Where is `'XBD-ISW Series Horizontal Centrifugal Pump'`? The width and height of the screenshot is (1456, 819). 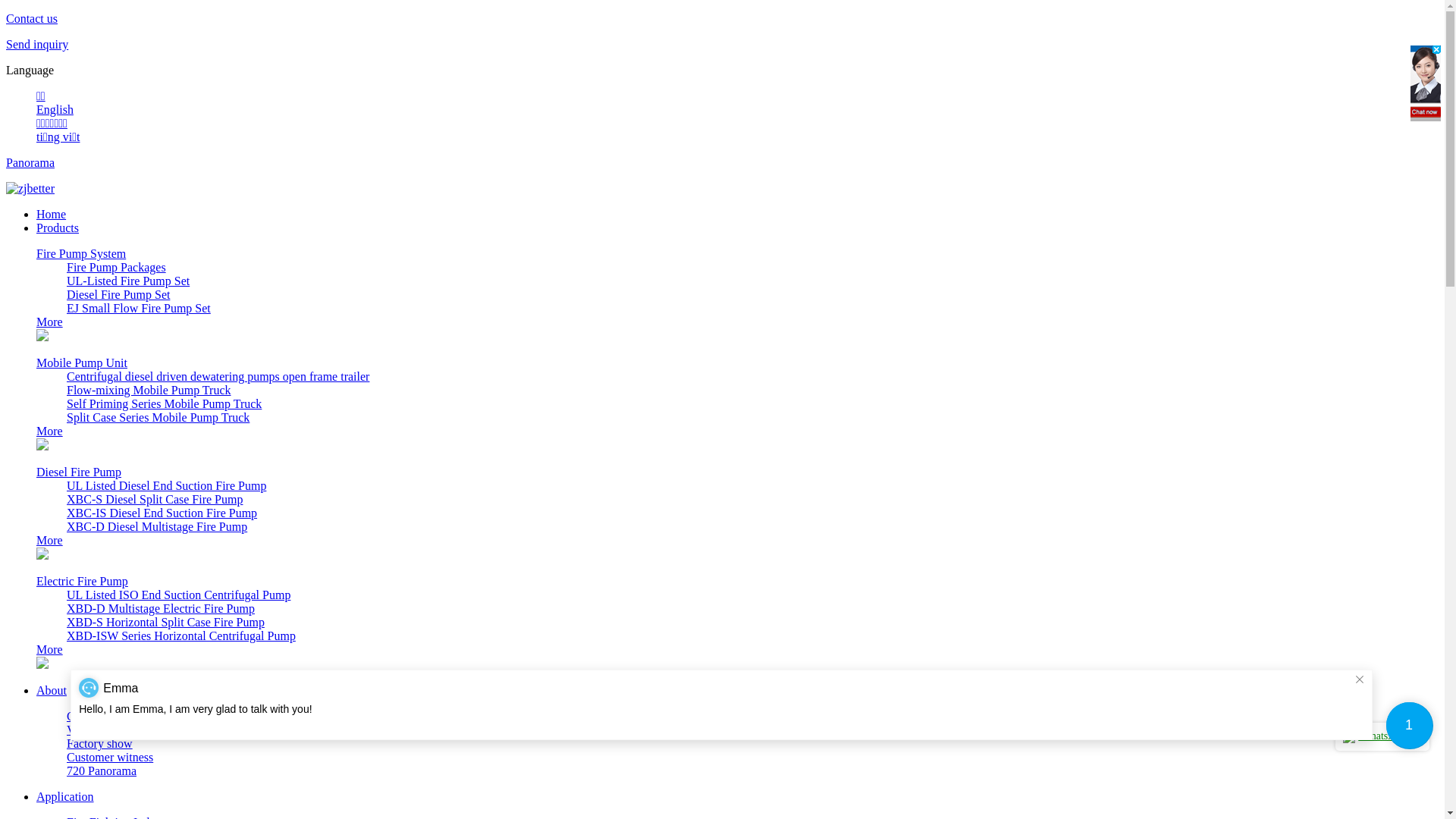
'XBD-ISW Series Horizontal Centrifugal Pump' is located at coordinates (181, 635).